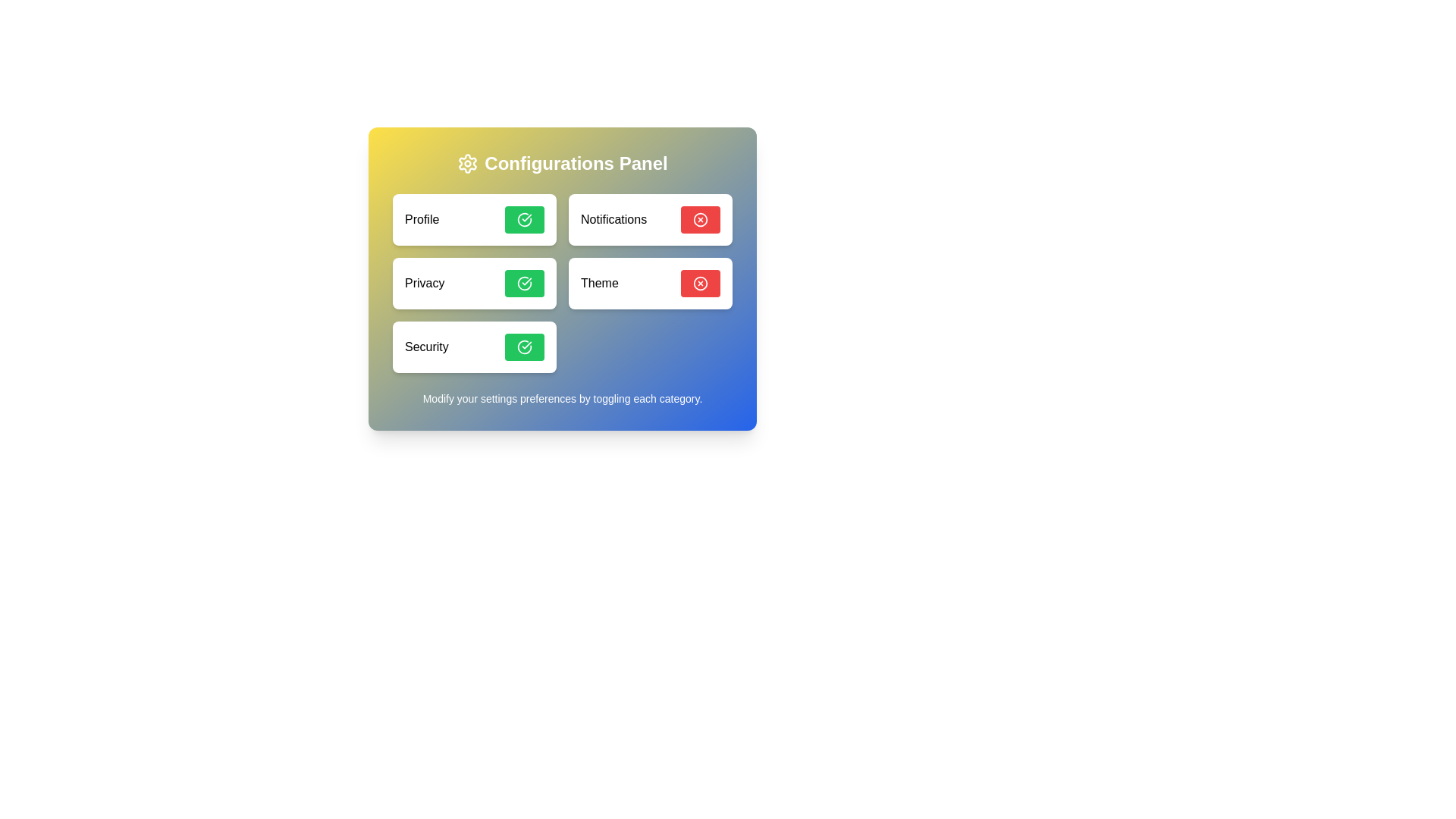  What do you see at coordinates (598, 284) in the screenshot?
I see `the 'Theme' text label, which is a medium-sized, bold font label located in the third row of a configuration panel card, positioned slightly to the left of a red button` at bounding box center [598, 284].